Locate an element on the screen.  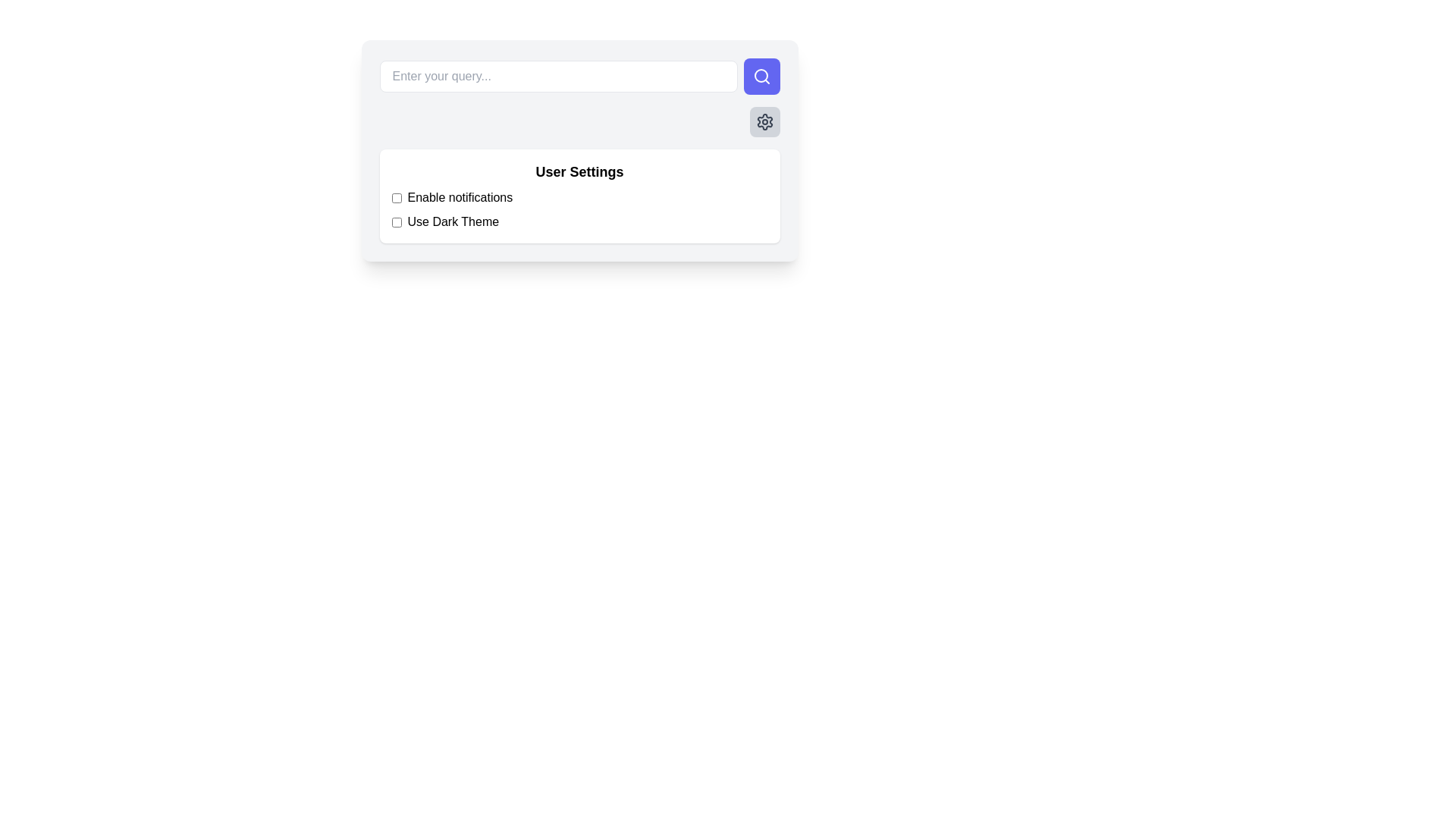
the icon button located at the top-right corner of the interface is located at coordinates (764, 121).